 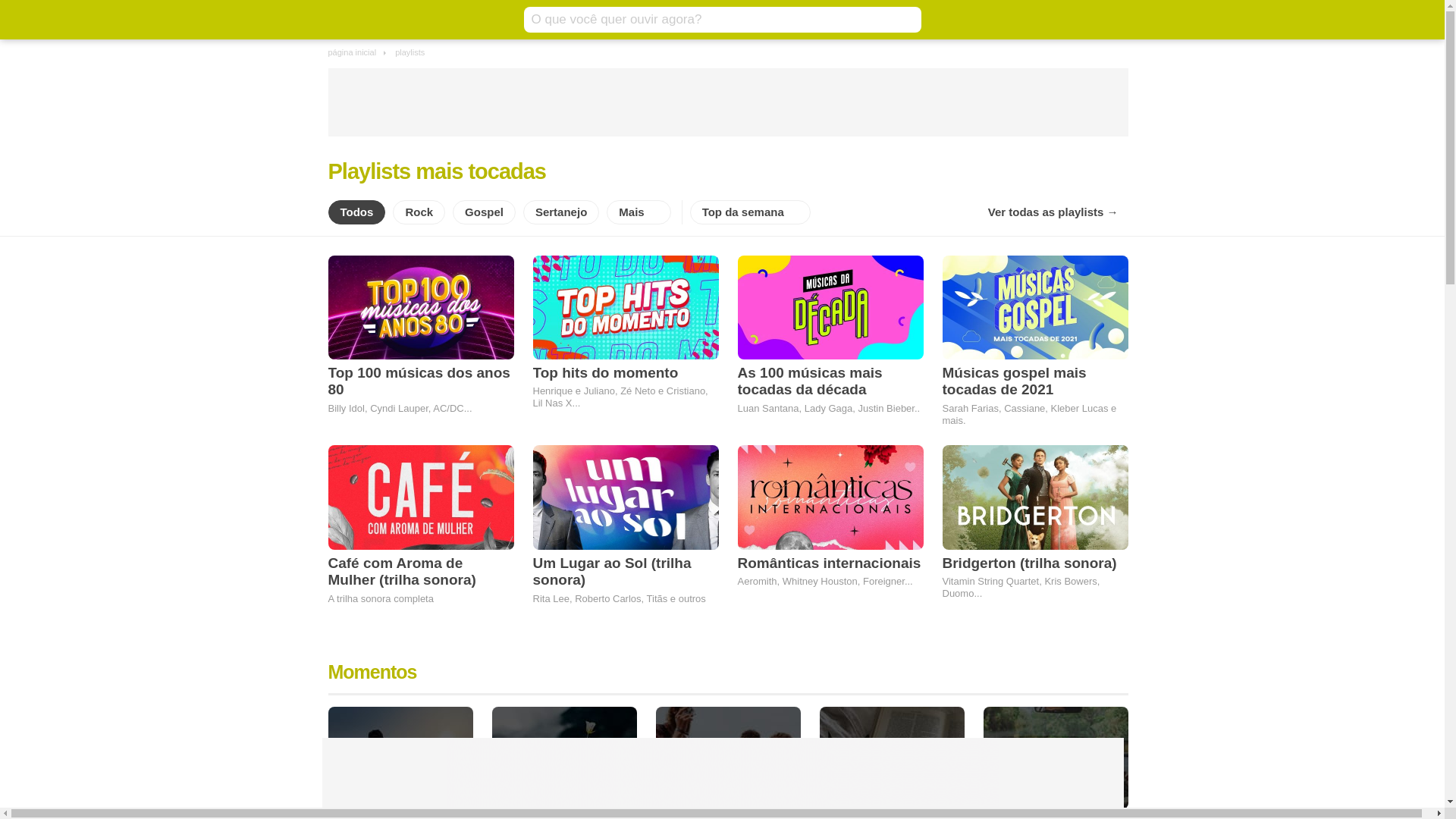 I want to click on 'Sertanejo', so click(x=560, y=212).